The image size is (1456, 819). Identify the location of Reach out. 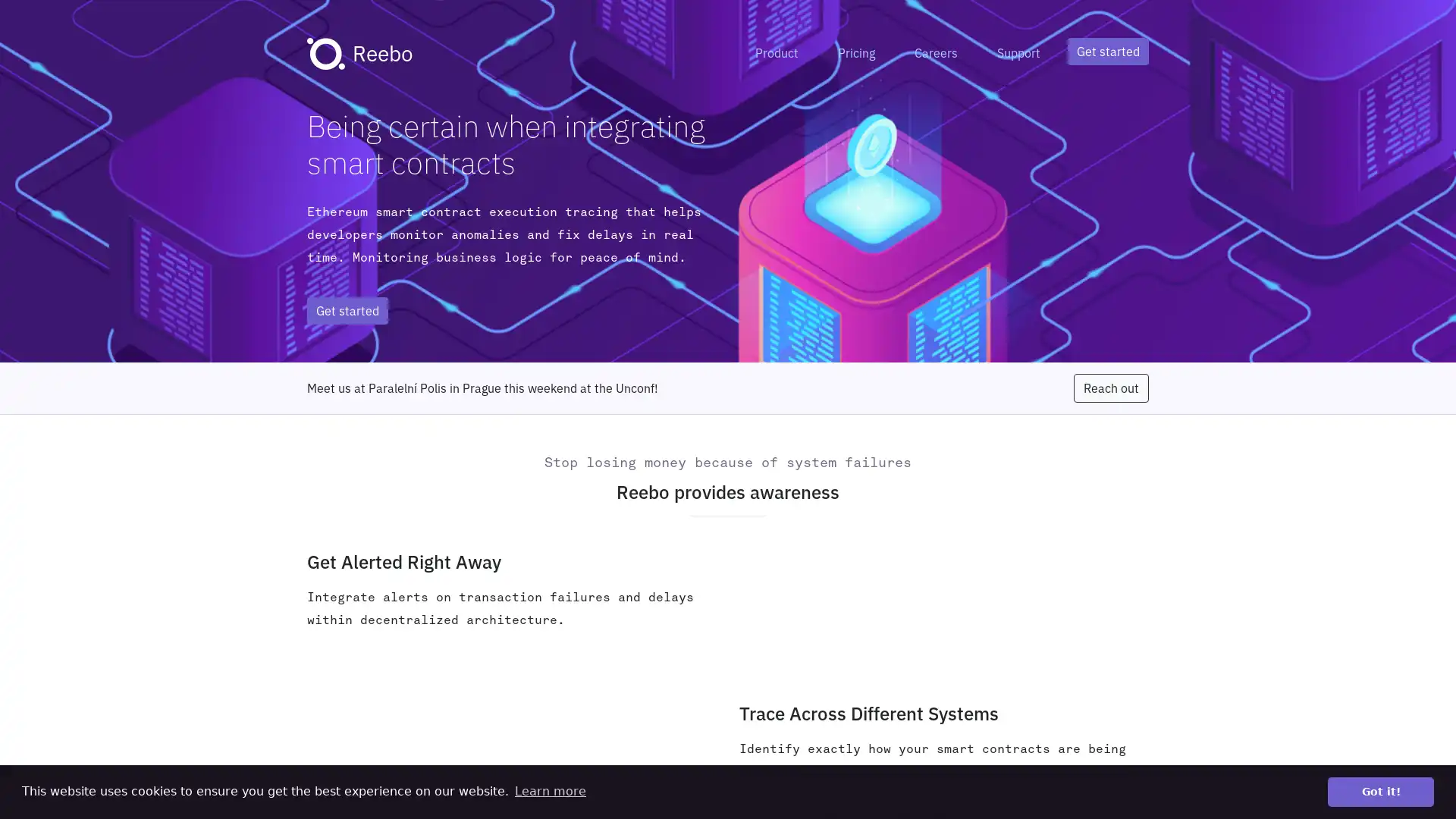
(1111, 388).